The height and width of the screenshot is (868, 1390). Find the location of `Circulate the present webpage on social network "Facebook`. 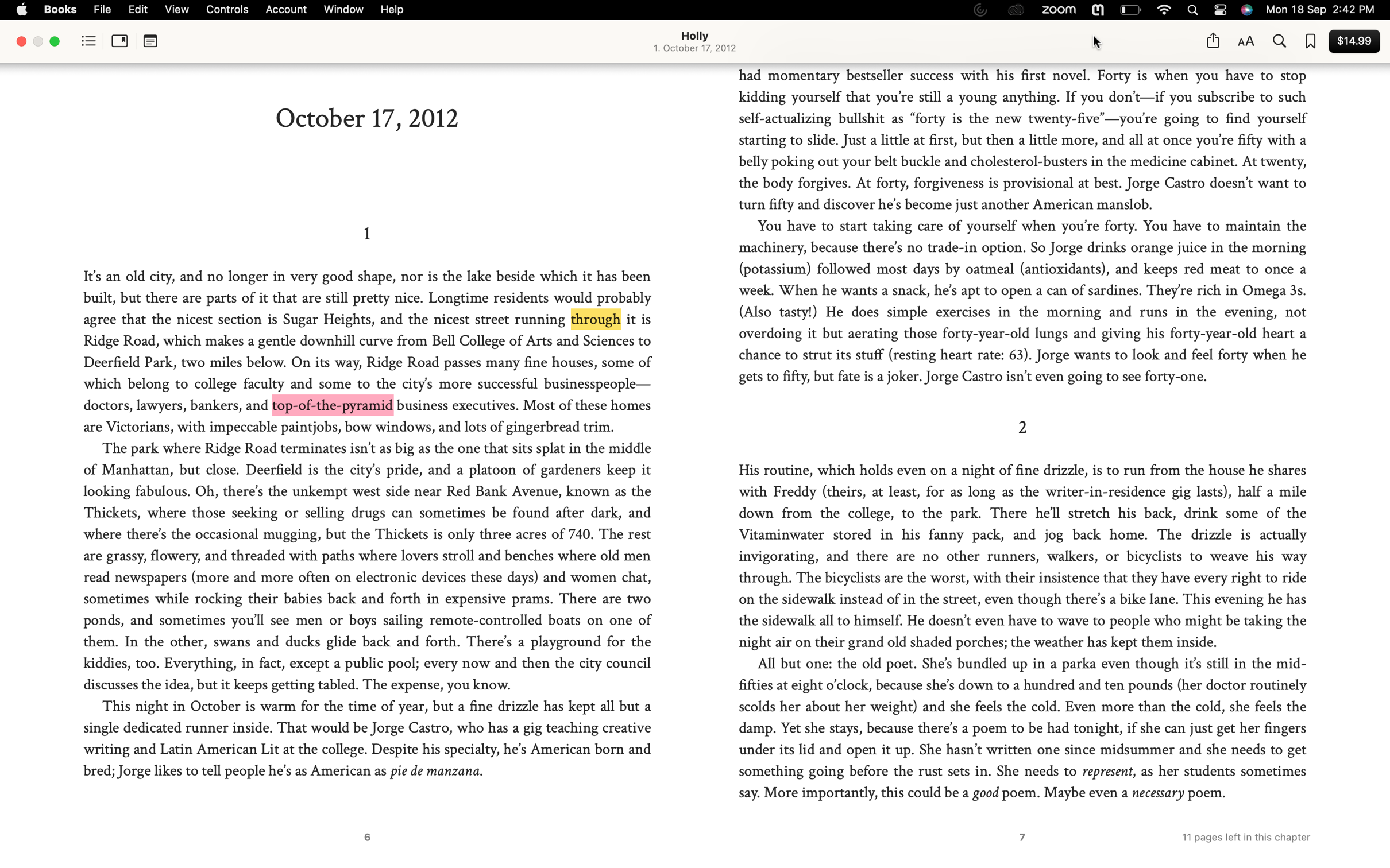

Circulate the present webpage on social network "Facebook is located at coordinates (1212, 40).